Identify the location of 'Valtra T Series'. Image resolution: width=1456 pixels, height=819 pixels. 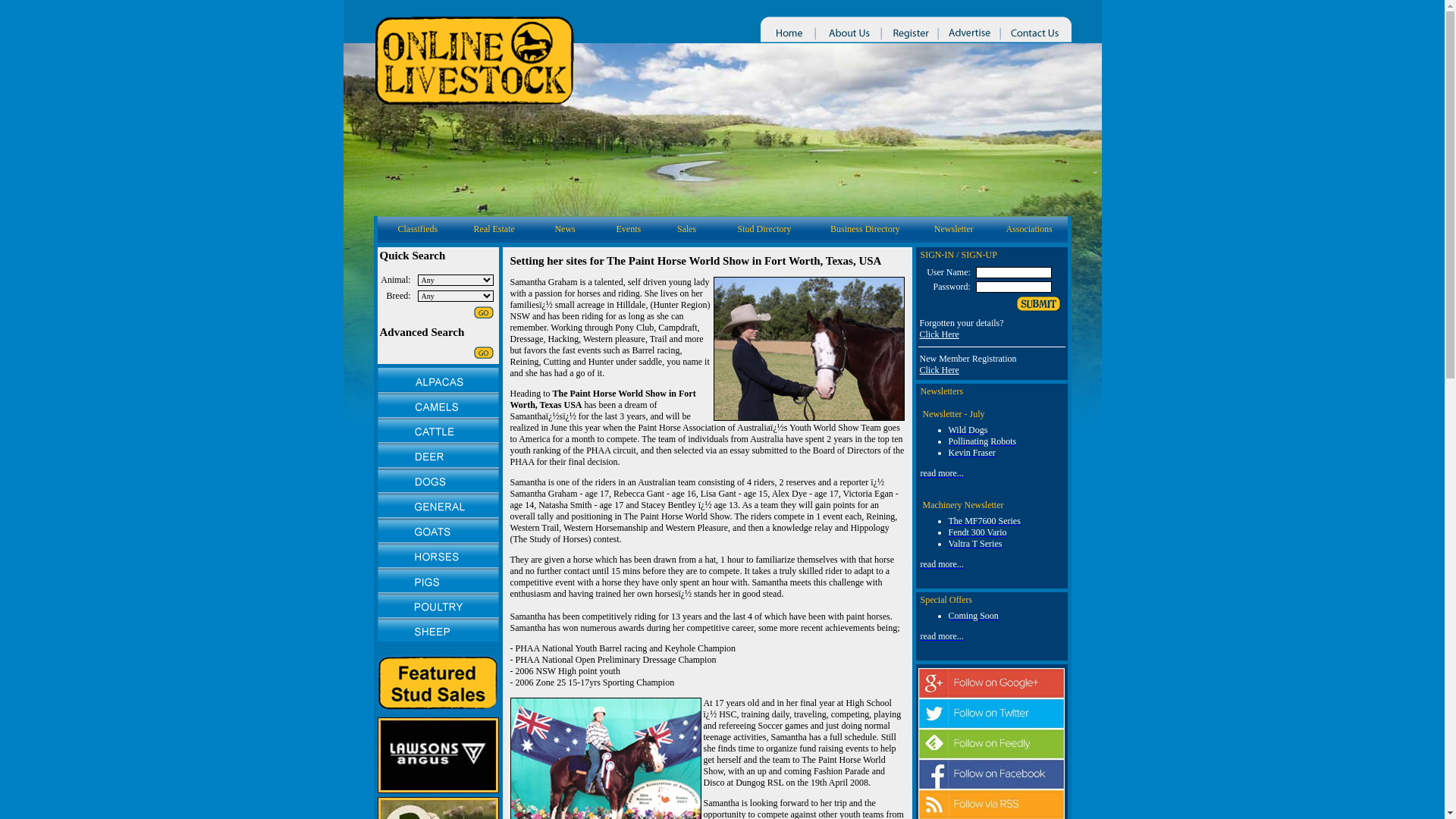
(974, 543).